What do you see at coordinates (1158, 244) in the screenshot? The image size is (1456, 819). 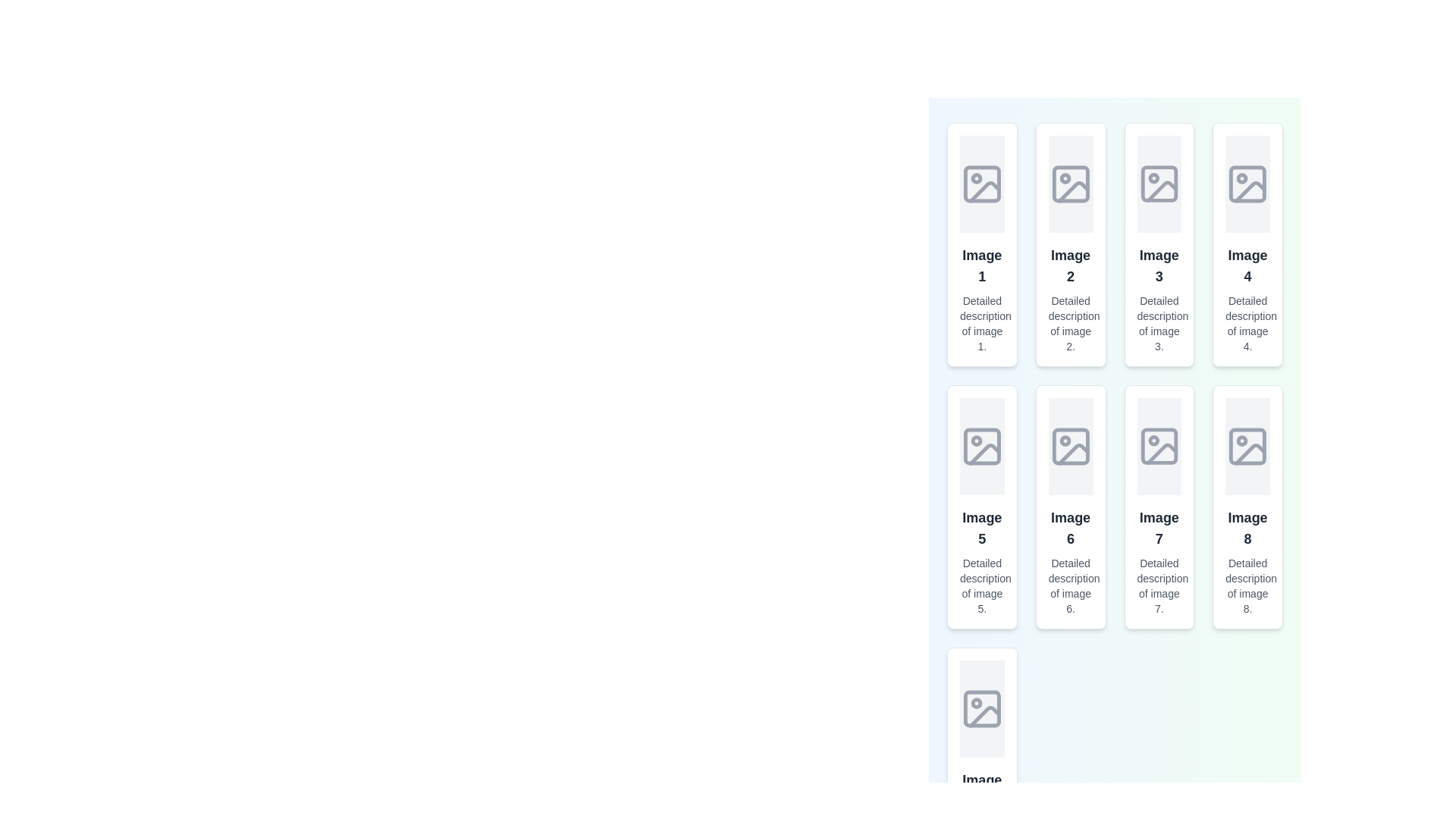 I see `the Card with text and placeholder image located in the first row, third column of the grid layout, positioned between 'Image 2' and 'Image 4'` at bounding box center [1158, 244].